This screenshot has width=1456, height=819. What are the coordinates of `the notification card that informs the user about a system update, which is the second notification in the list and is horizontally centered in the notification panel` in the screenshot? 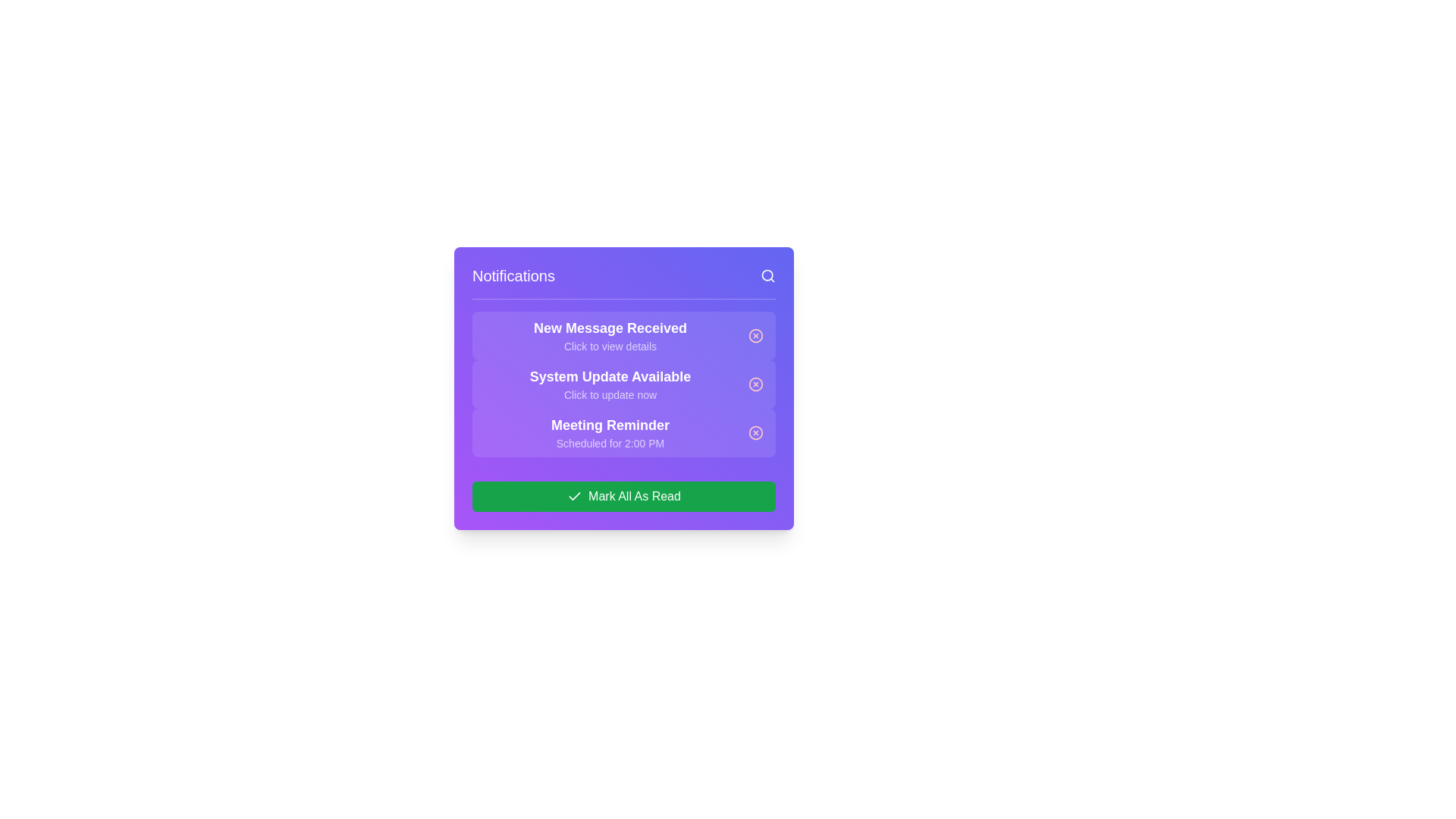 It's located at (623, 383).